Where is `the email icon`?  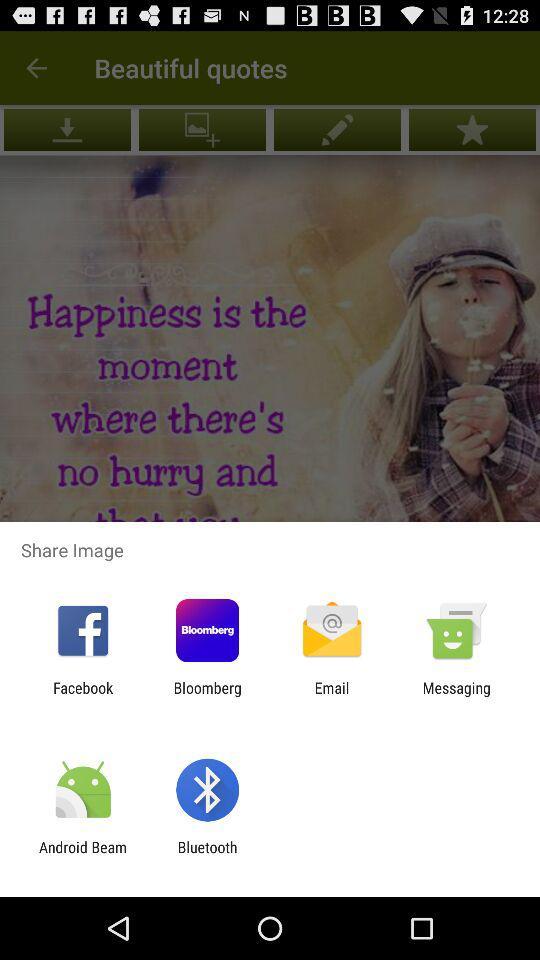 the email icon is located at coordinates (332, 696).